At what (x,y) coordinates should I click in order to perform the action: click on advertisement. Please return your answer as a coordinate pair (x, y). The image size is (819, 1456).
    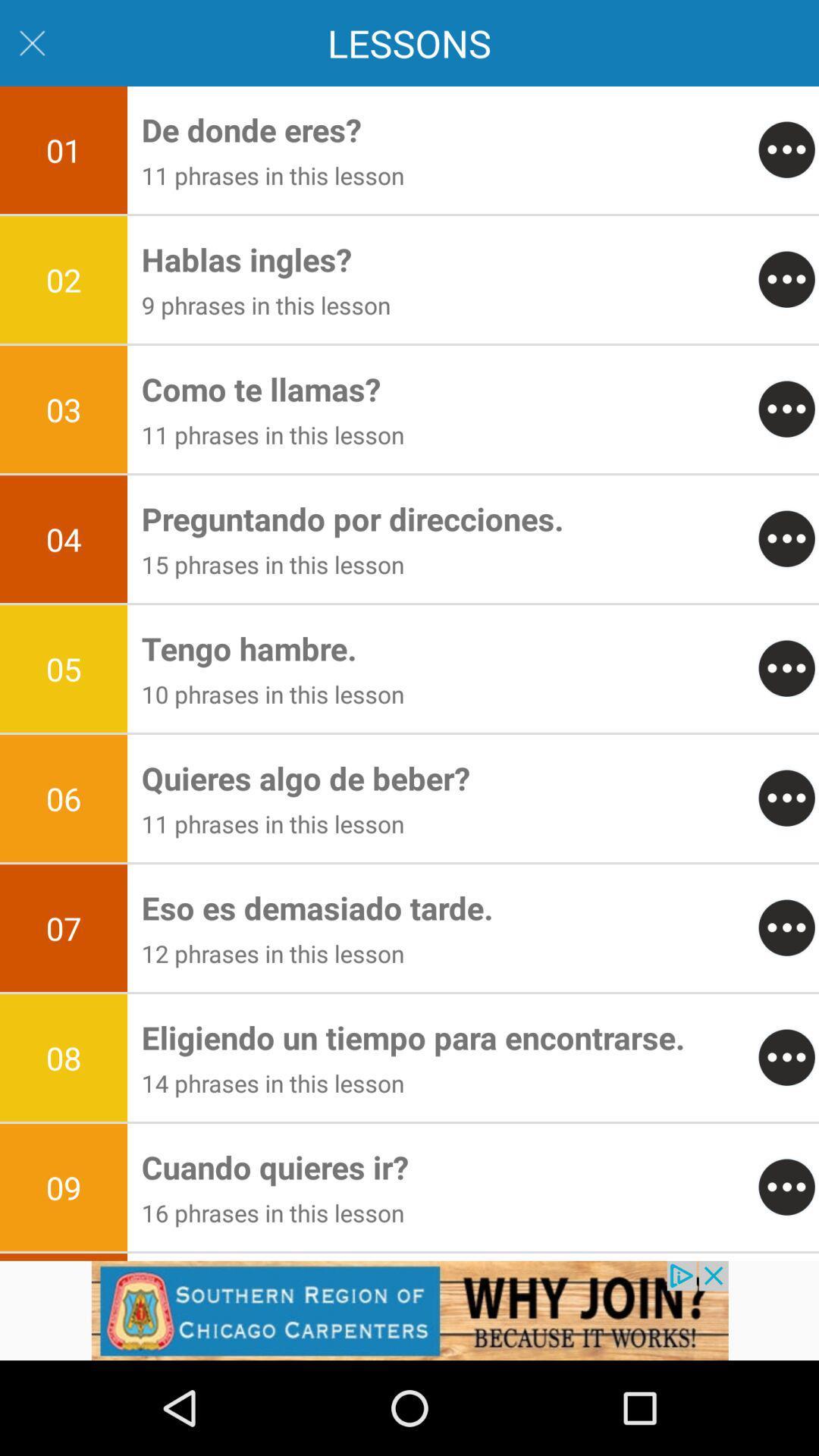
    Looking at the image, I should click on (409, 1310).